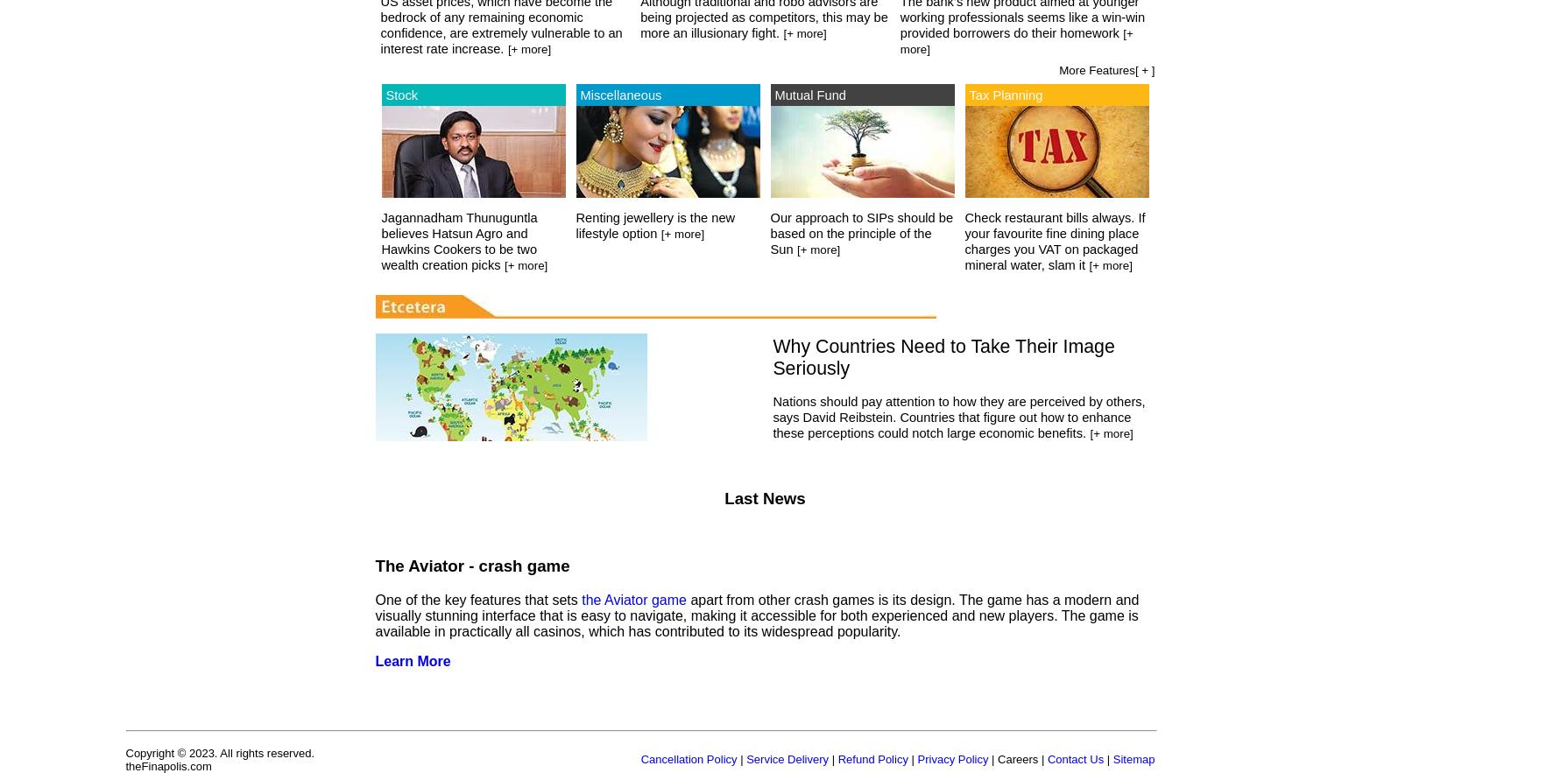 This screenshot has width=1568, height=773. I want to click on 'Tax Planning', so click(1005, 93).